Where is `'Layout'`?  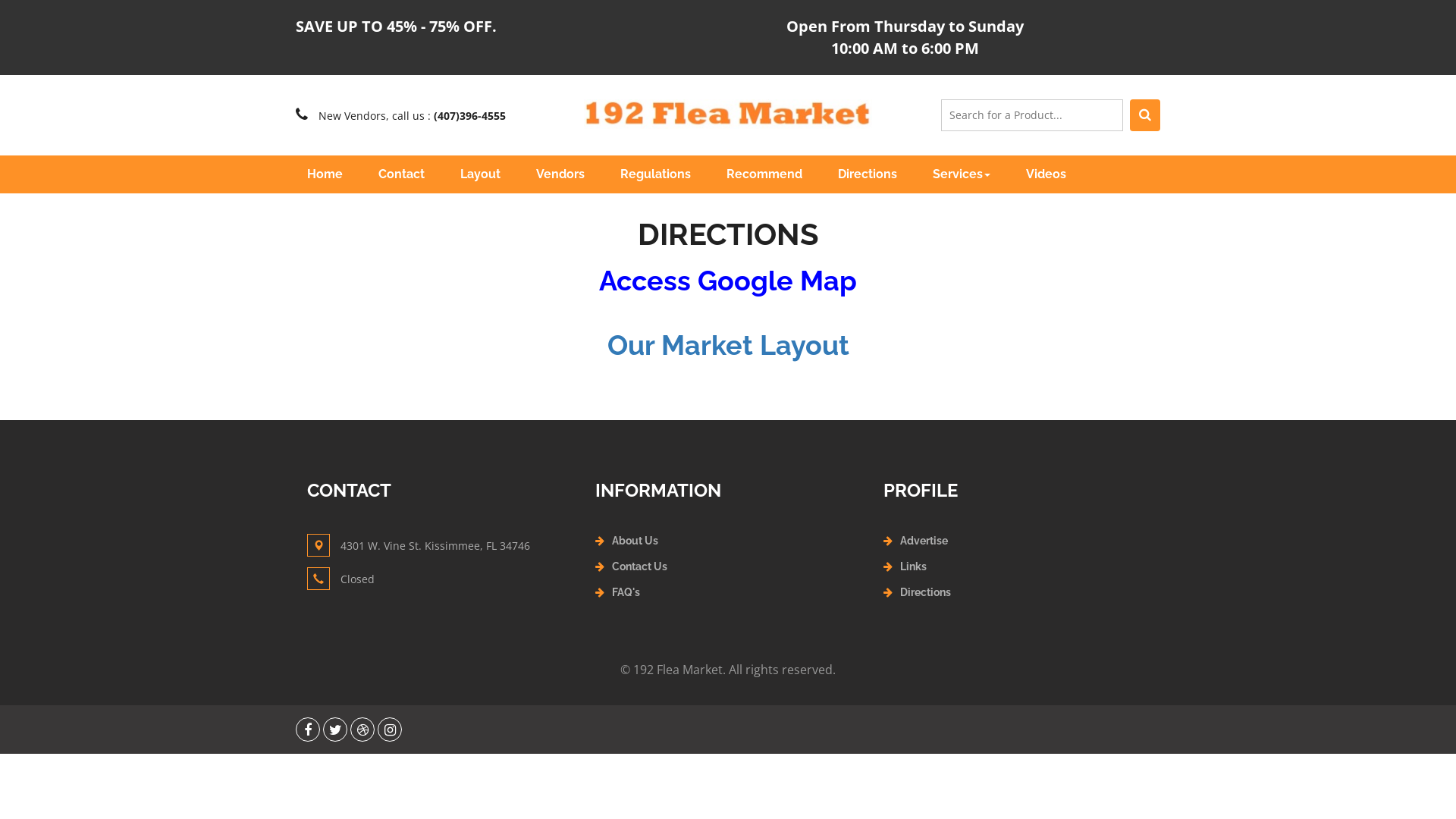 'Layout' is located at coordinates (479, 174).